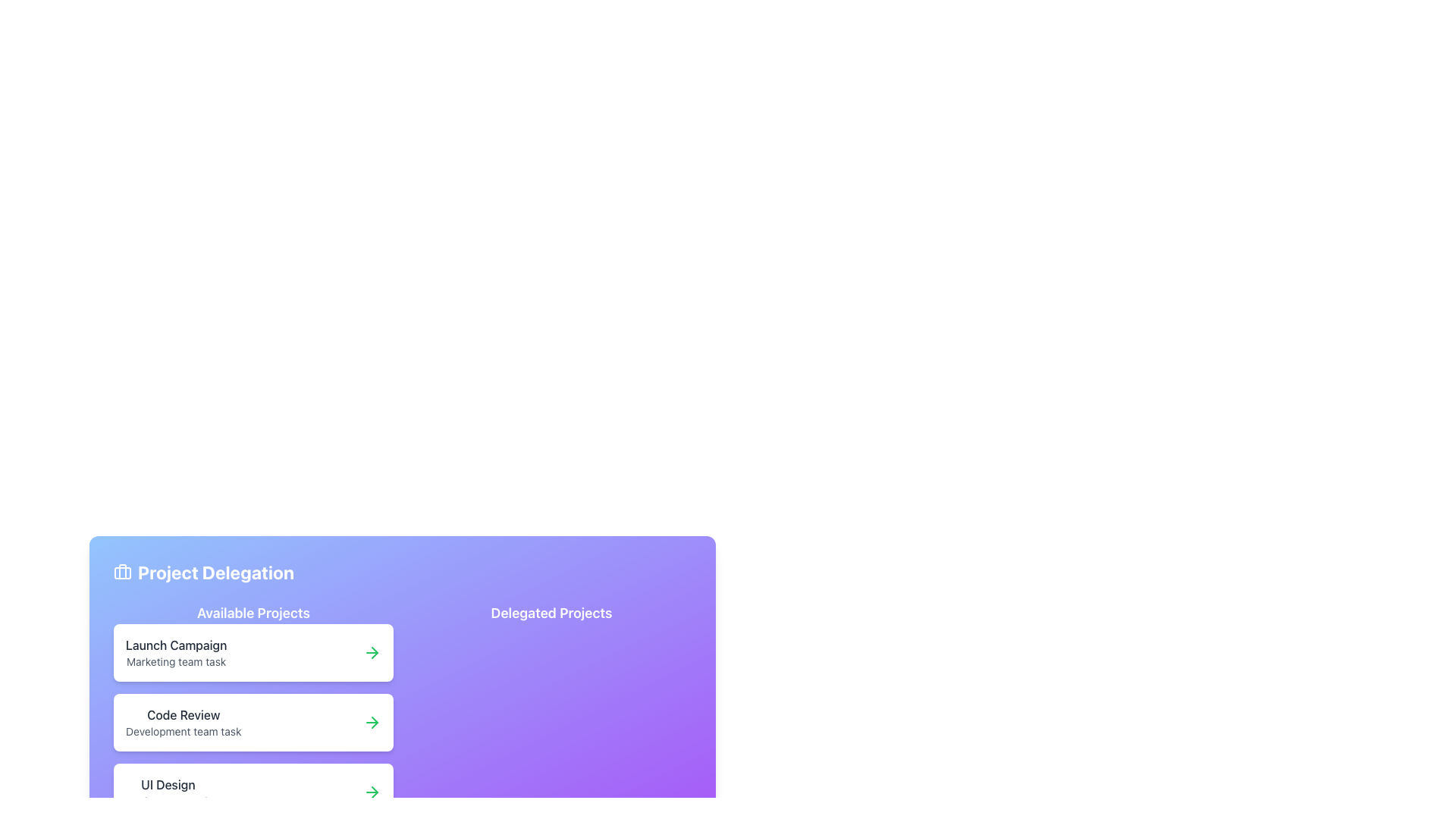 This screenshot has height=819, width=1456. I want to click on text in the title of the first project card under the 'Available Projects' section, which is the first line of text and serves as the project name, so click(176, 645).